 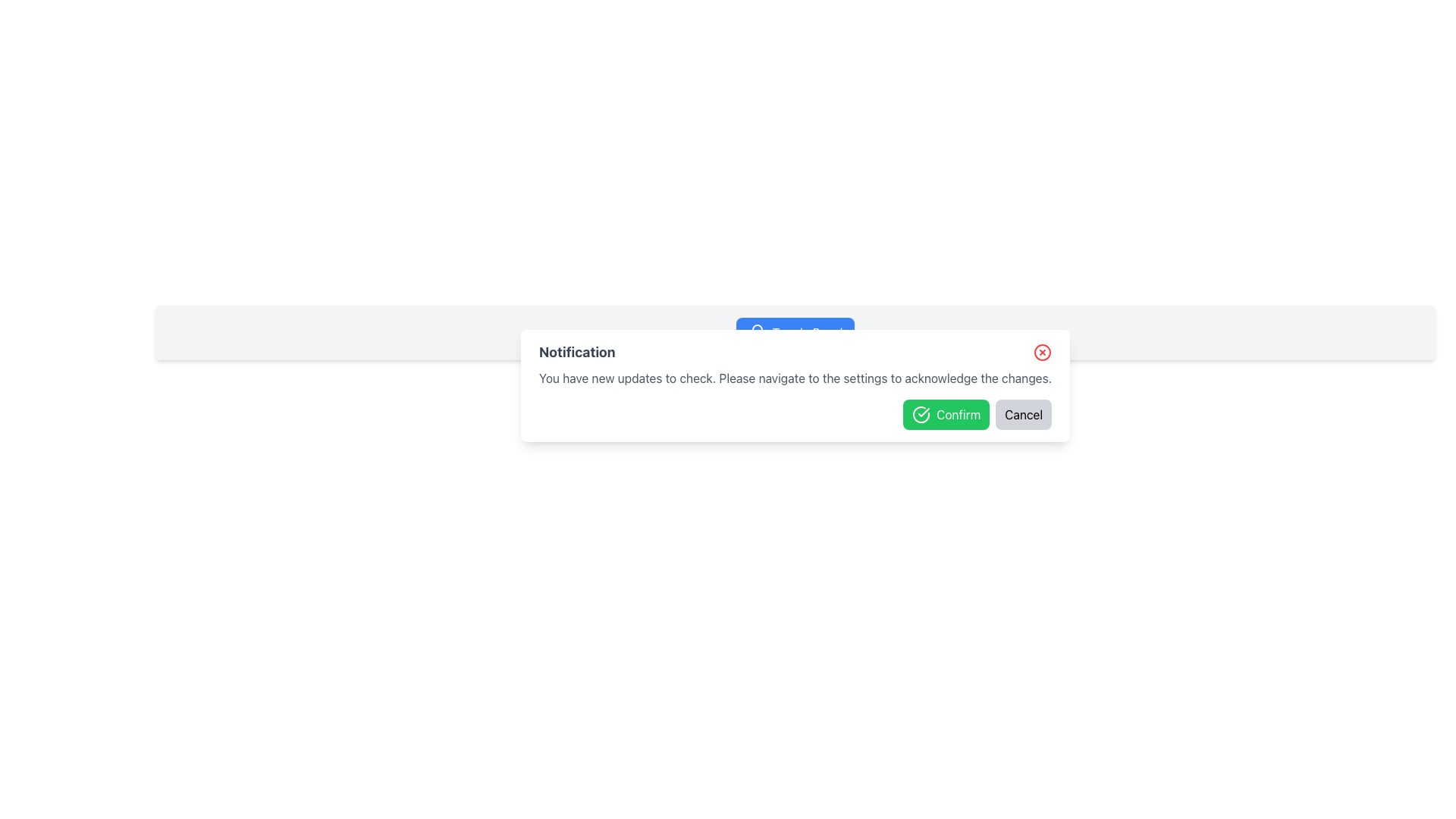 What do you see at coordinates (921, 415) in the screenshot?
I see `the circular icon with a green checkmark inside, which is located to the left of the 'Confirm' button in the confirmation dialog` at bounding box center [921, 415].